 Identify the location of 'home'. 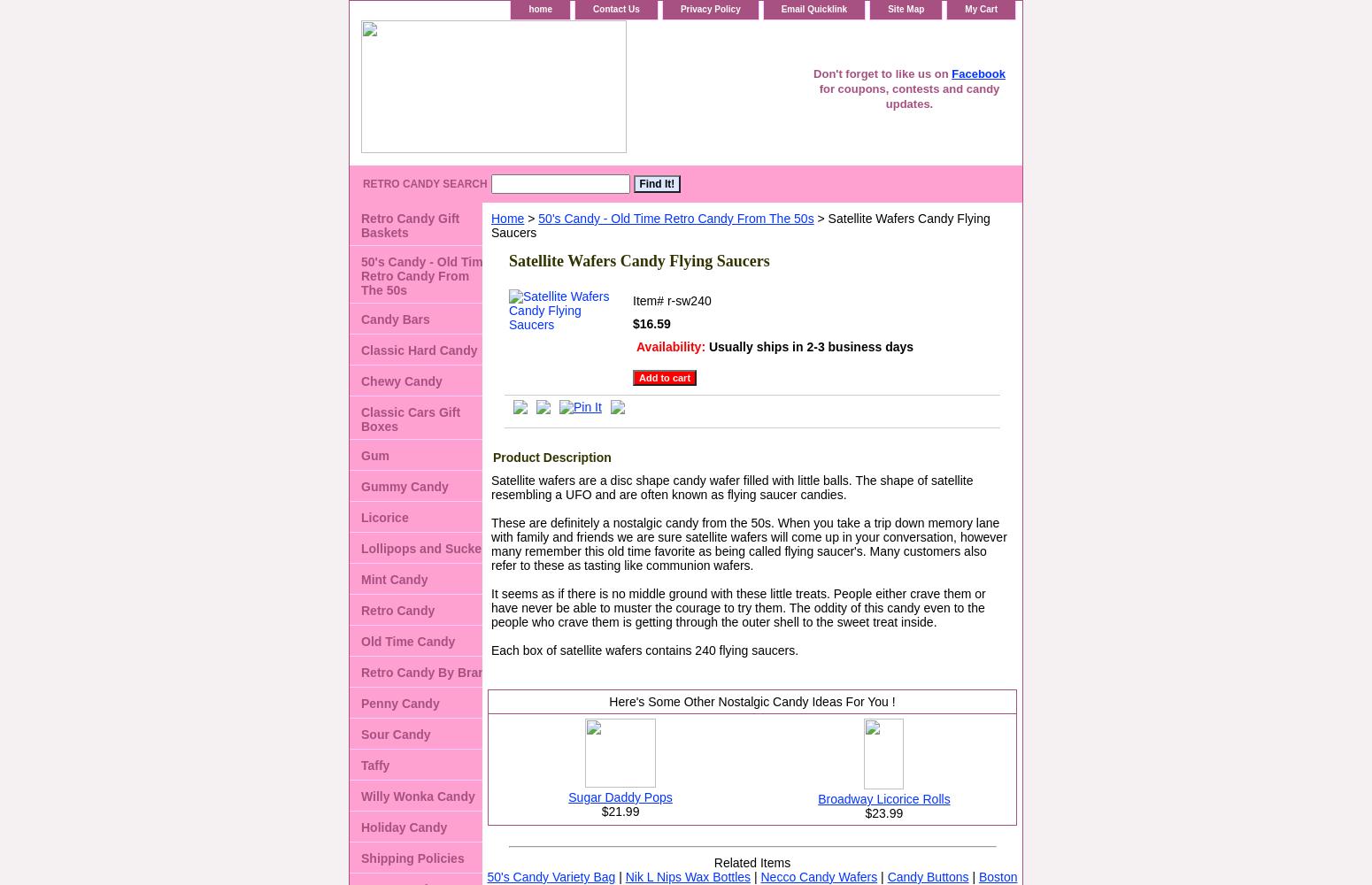
(528, 9).